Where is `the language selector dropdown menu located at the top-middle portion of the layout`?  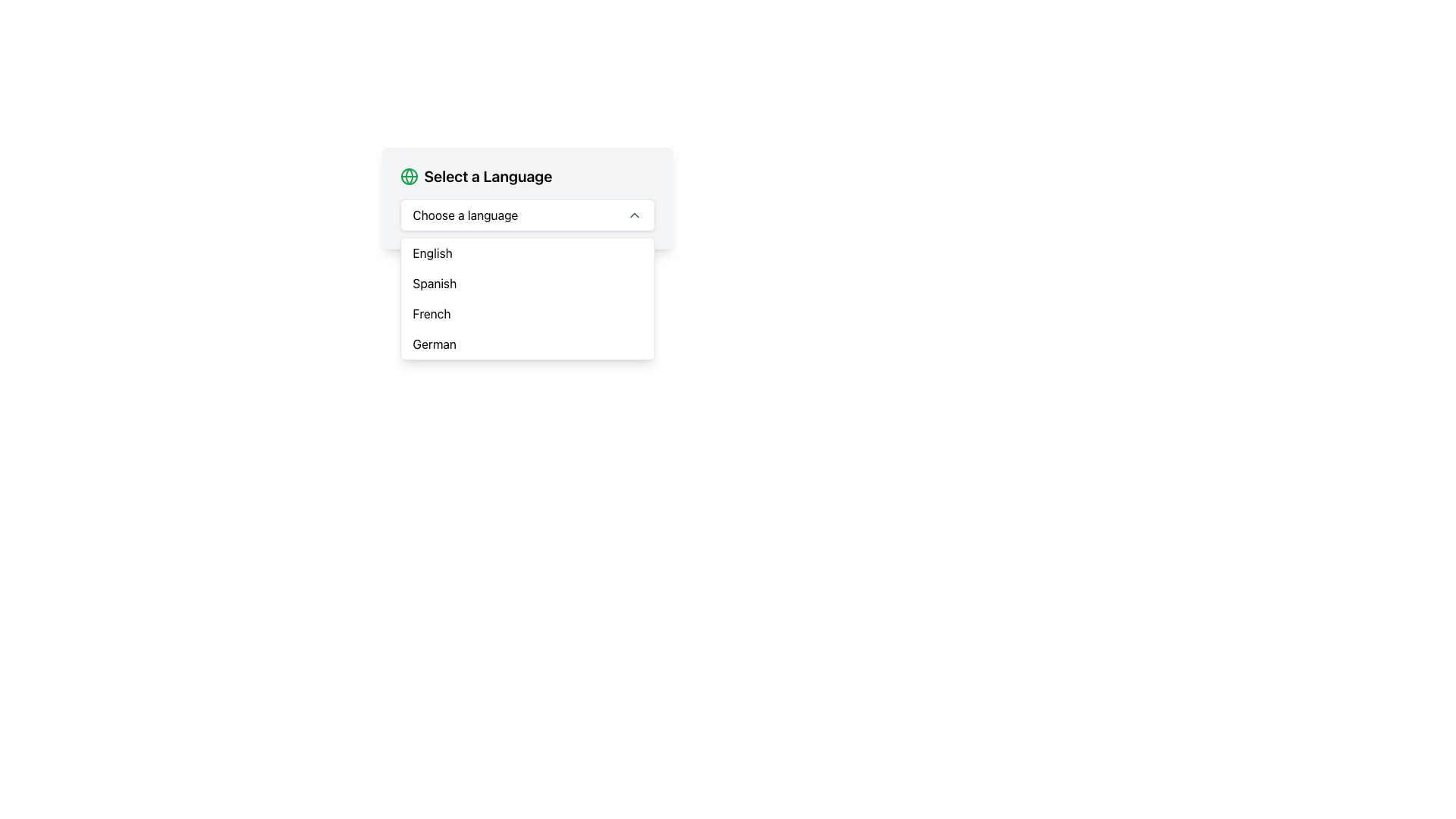 the language selector dropdown menu located at the top-middle portion of the layout is located at coordinates (527, 198).